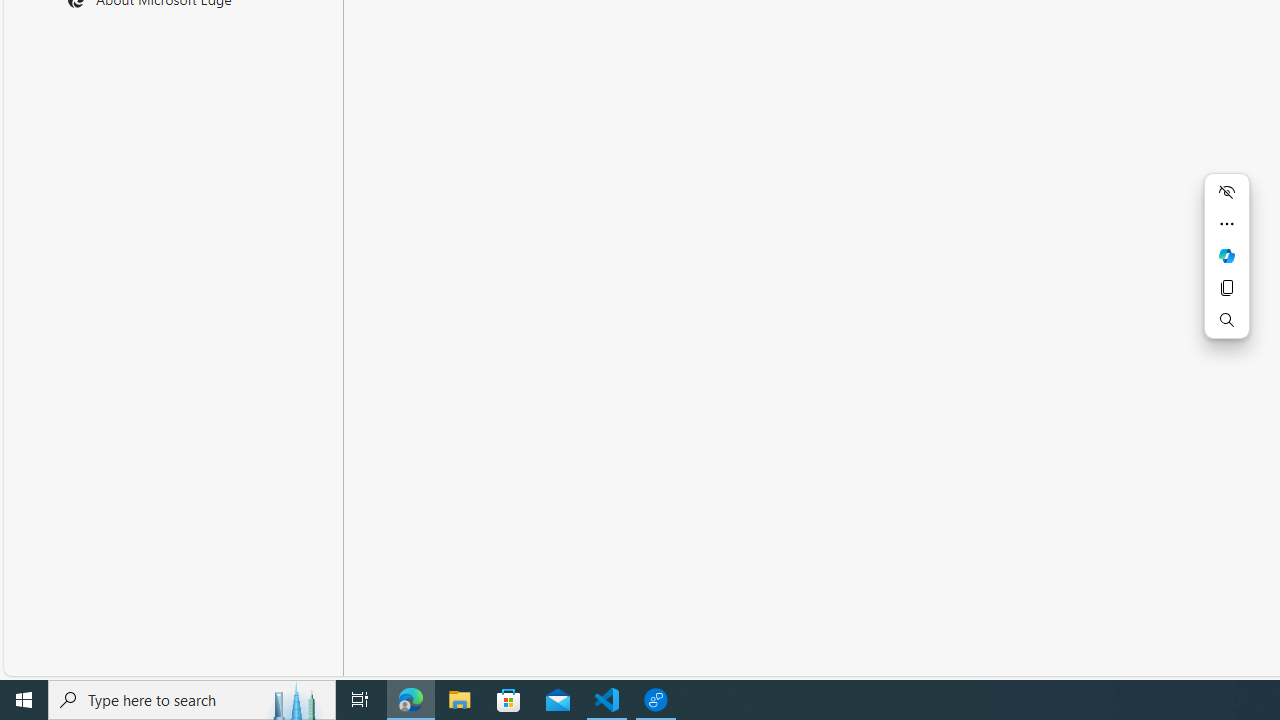  I want to click on 'Hide menu', so click(1225, 191).